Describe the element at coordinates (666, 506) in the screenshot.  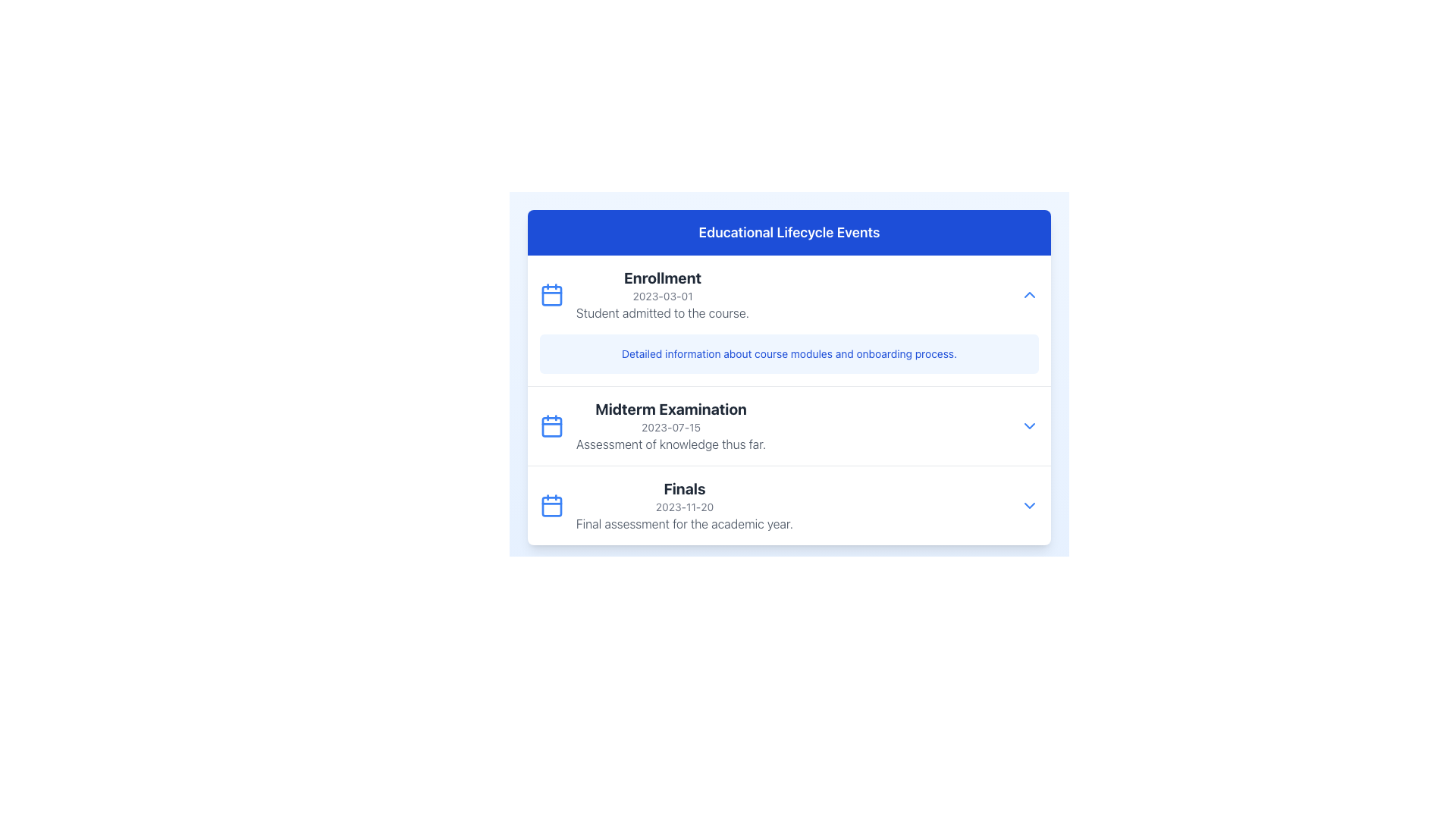
I see `the third entry in the vertically-structured list under the 'Educational Lifecycle Events' section, which is located just below the 'Midterm Examination' entry` at that location.